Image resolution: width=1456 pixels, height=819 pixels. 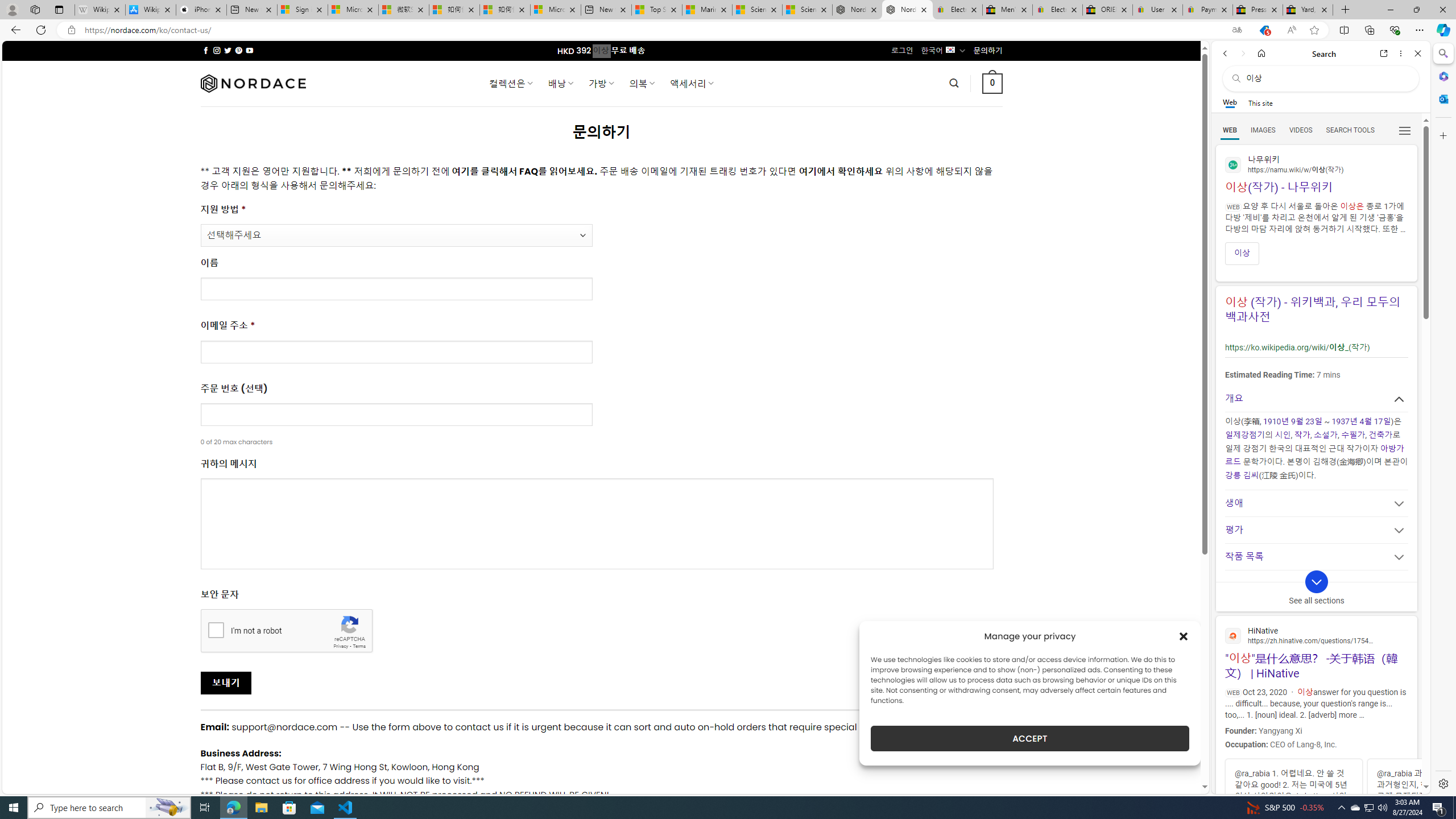 What do you see at coordinates (1404, 129) in the screenshot?
I see `'Preferences'` at bounding box center [1404, 129].